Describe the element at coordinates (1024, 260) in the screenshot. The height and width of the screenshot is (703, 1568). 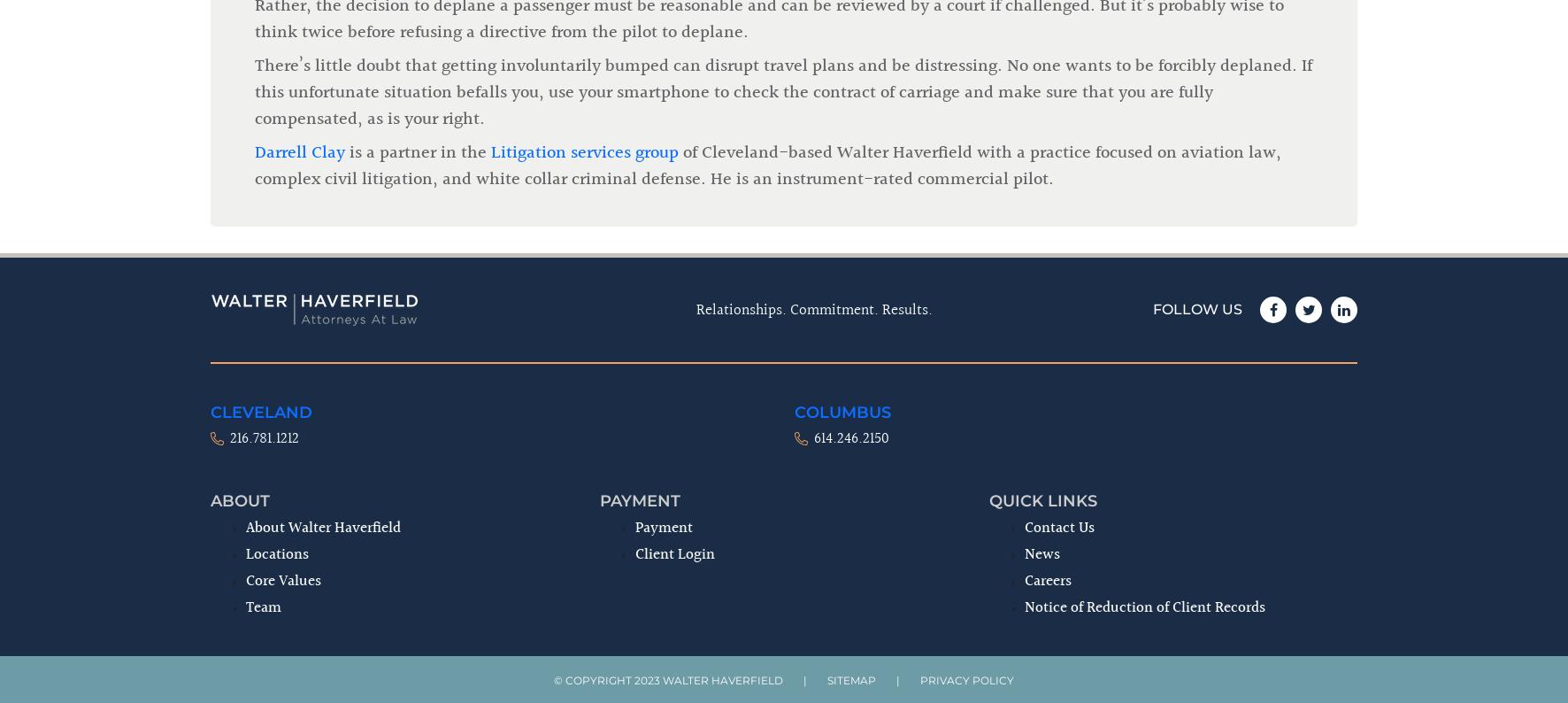
I see `'News'` at that location.